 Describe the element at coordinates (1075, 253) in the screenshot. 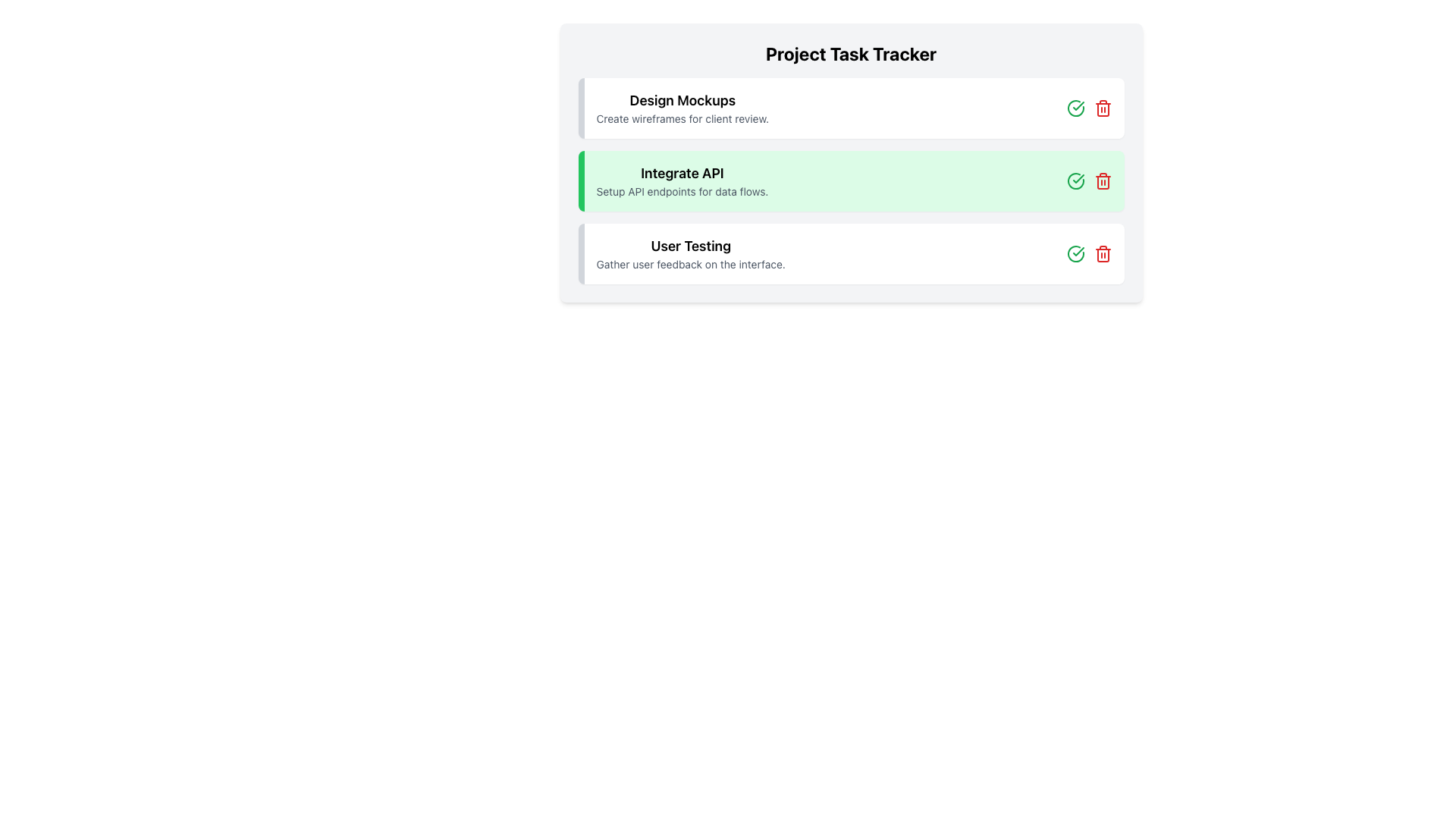

I see `the circular green checkmark icon located next to the red trash bin icon in the 'Integrate API' list item of the 'Project Task Tracker' interface` at that location.